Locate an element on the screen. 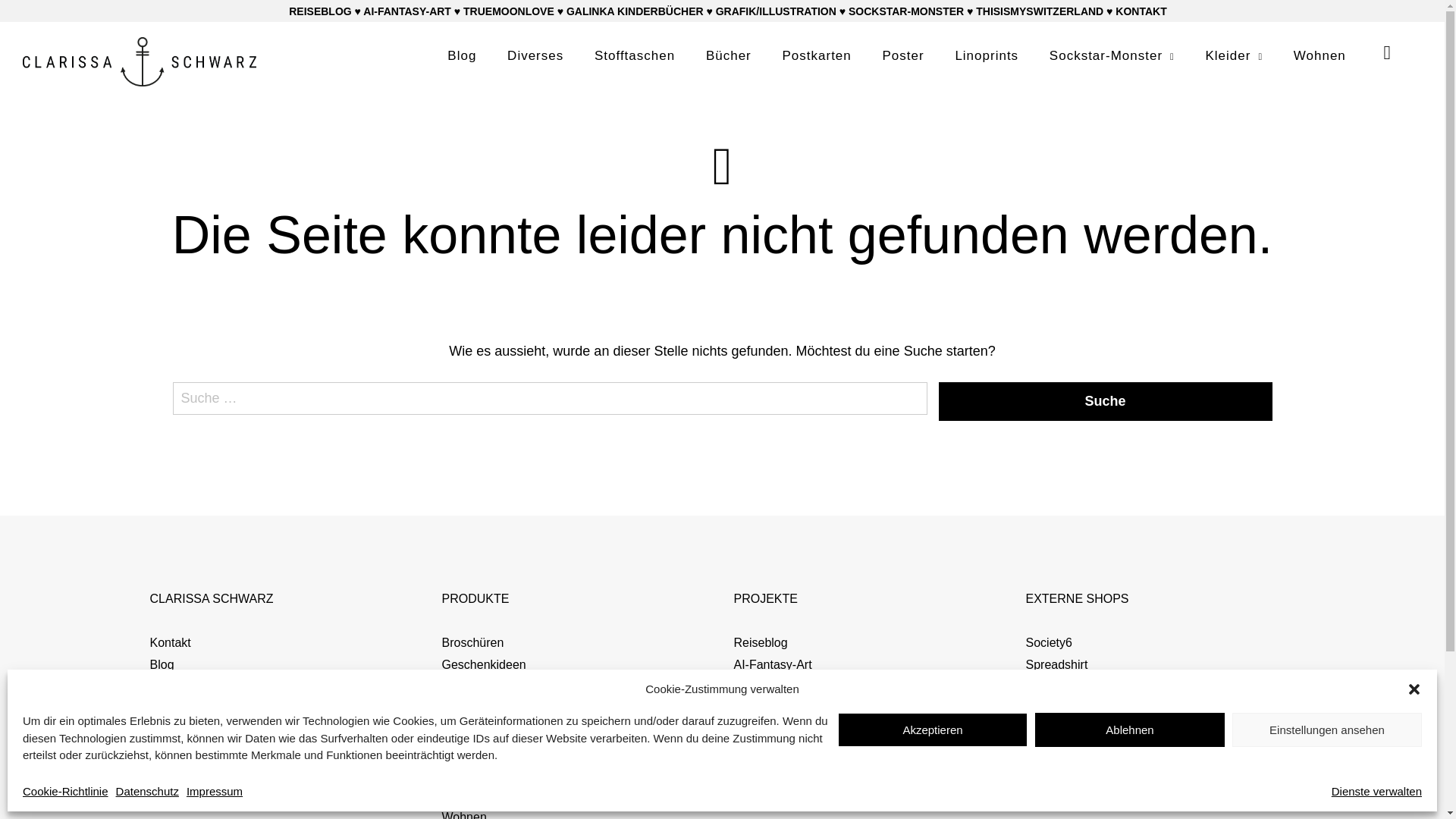  'GRAFIK/ILLUSTRATION' is located at coordinates (776, 11).